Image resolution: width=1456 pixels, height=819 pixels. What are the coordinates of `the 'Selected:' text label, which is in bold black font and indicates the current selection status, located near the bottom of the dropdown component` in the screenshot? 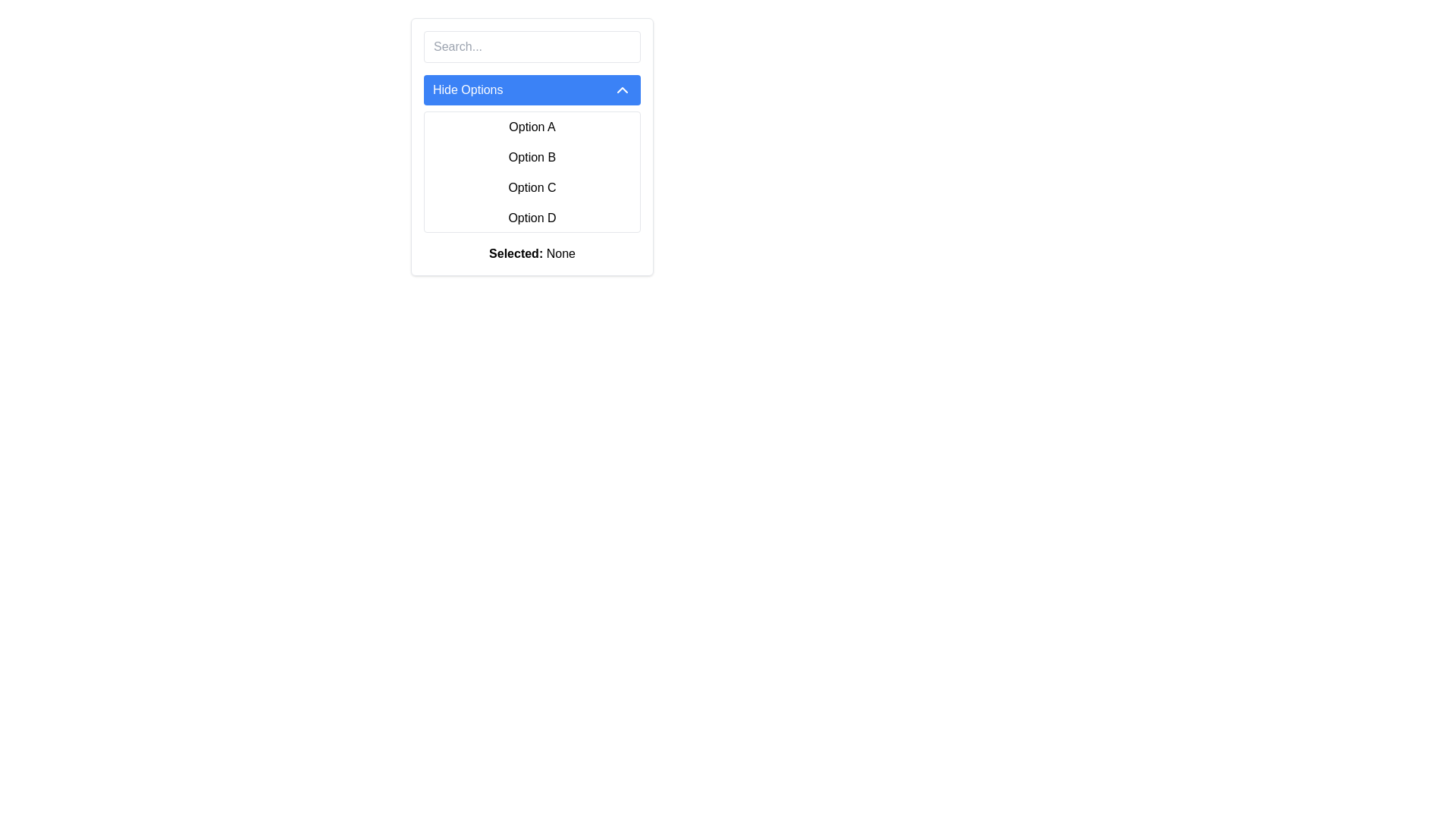 It's located at (516, 253).